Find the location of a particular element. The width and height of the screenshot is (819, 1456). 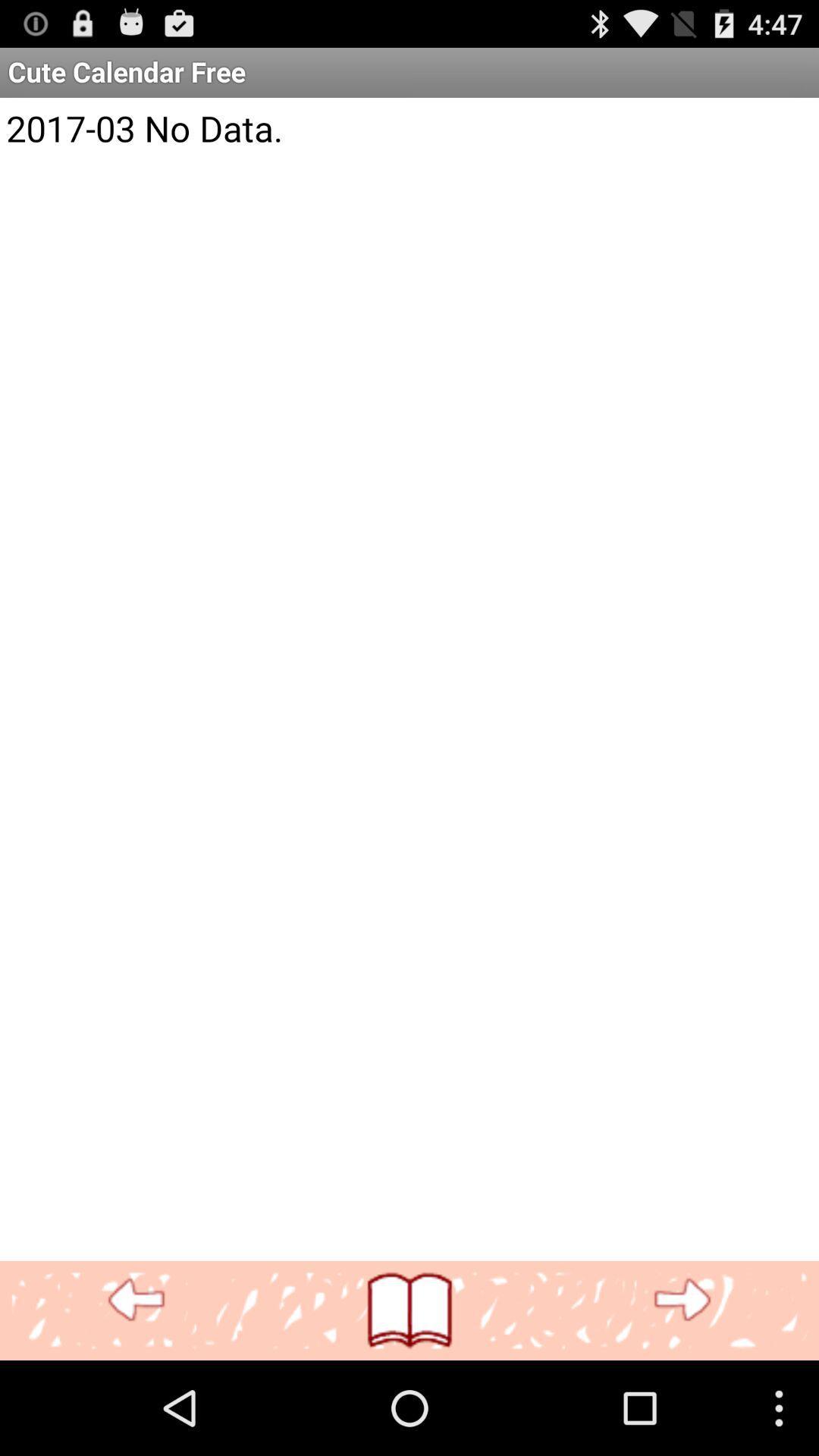

icon below 2017 03 no item is located at coordinates (409, 1310).